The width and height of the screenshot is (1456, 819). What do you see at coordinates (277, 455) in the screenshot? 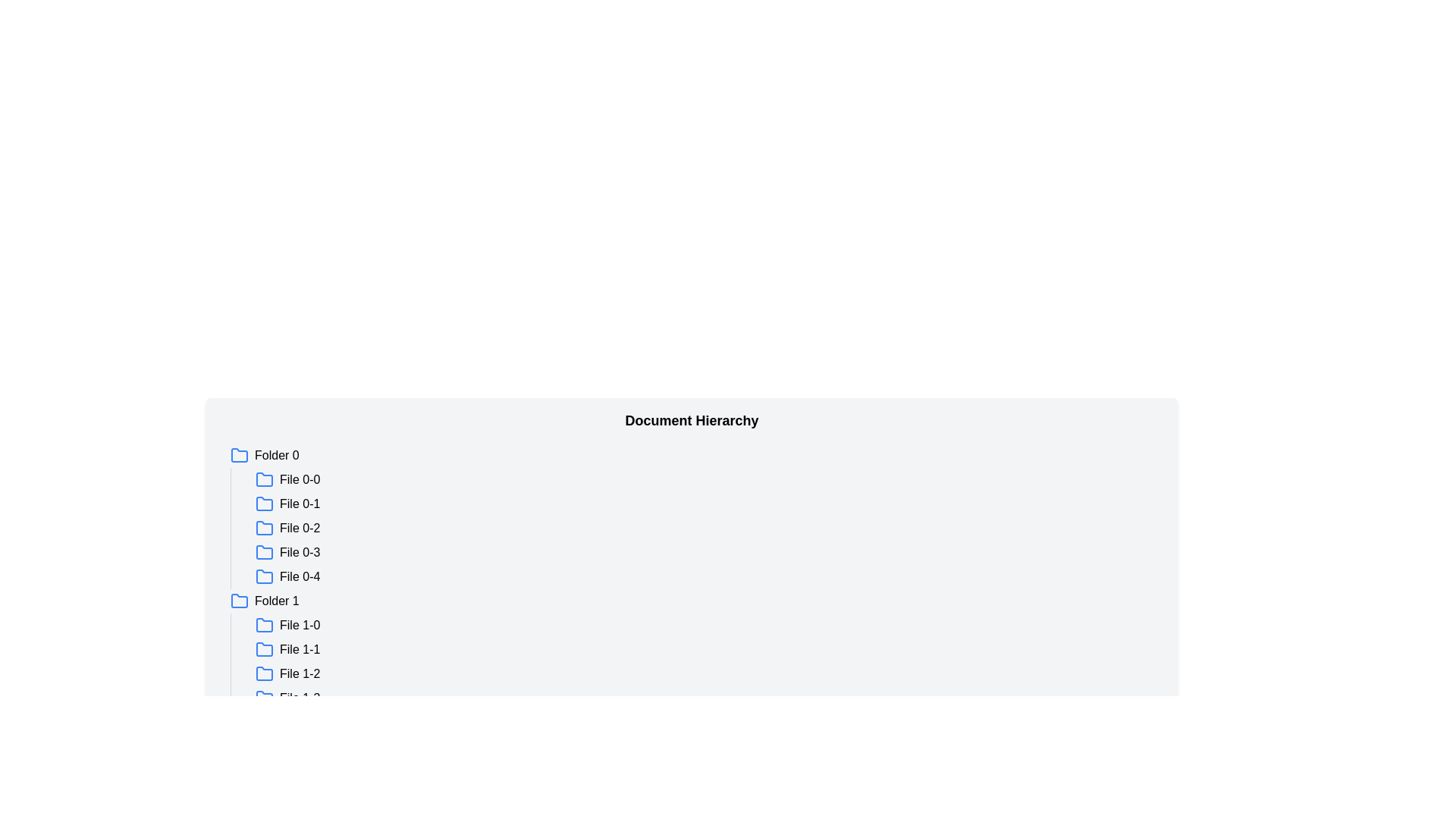
I see `the text label for the folder named 'Folder 0' located in the 'Document Hierarchy' section, which is next to a blue folder icon` at bounding box center [277, 455].